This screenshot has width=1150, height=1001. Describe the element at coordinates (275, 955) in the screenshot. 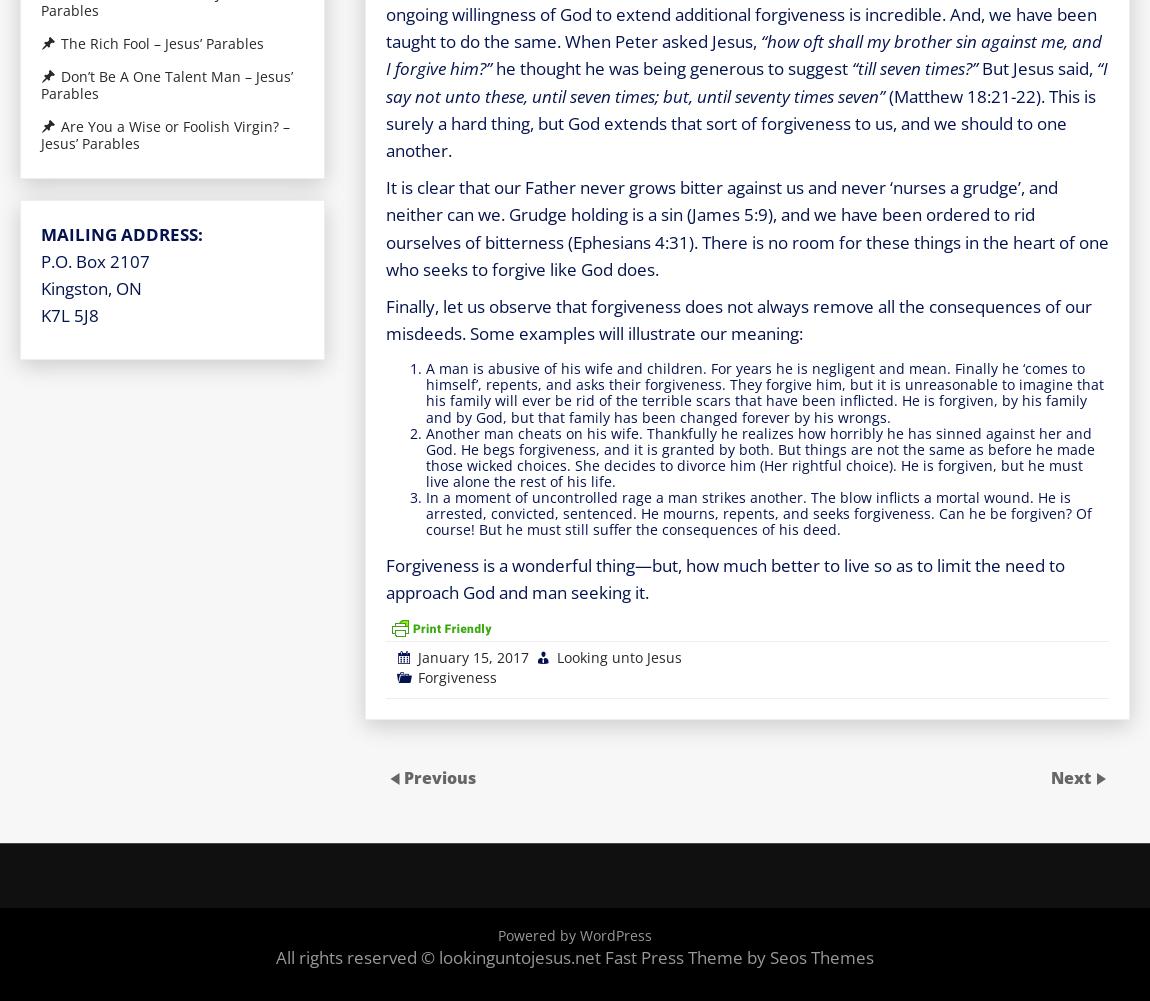

I see `'All rights reserved  © lookinguntojesus.net'` at that location.